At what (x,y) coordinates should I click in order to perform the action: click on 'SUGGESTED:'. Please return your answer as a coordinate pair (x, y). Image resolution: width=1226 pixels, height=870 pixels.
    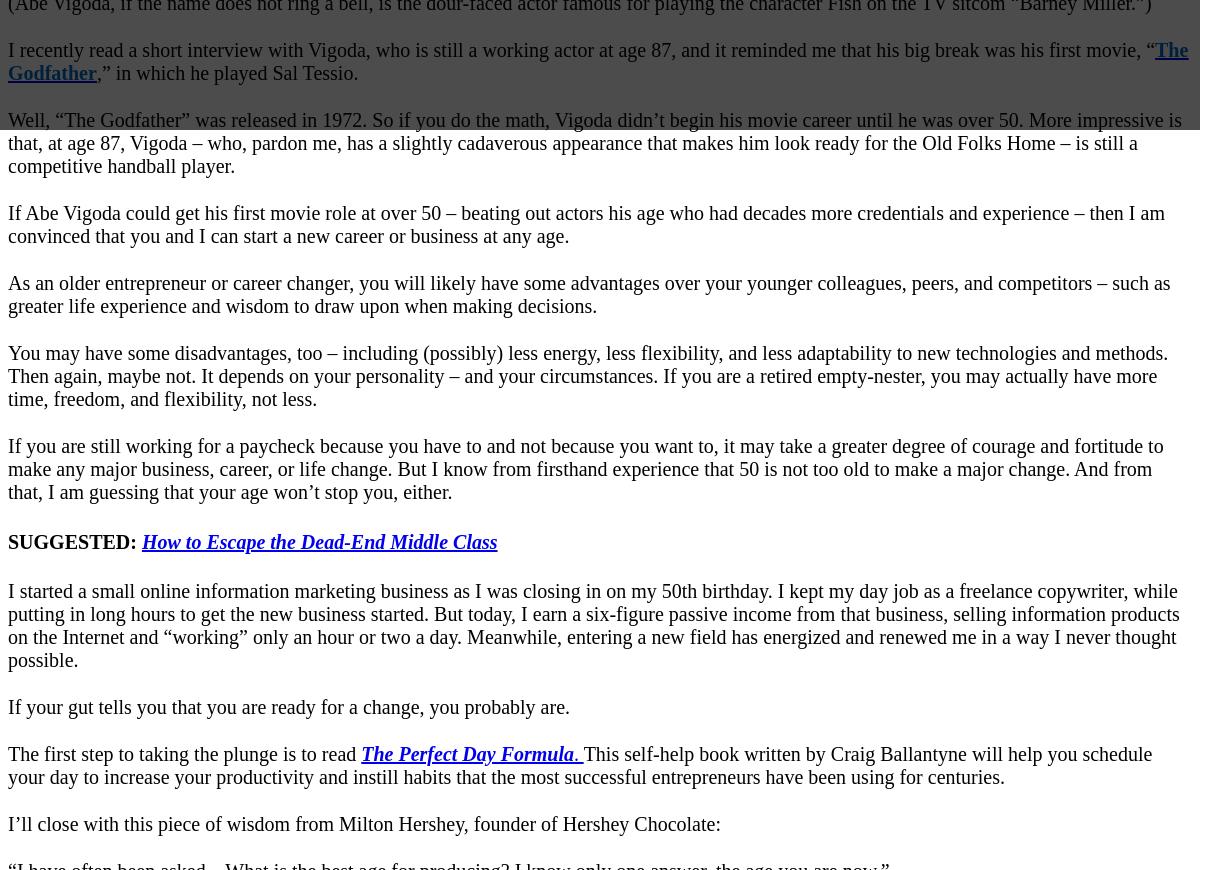
    Looking at the image, I should click on (74, 539).